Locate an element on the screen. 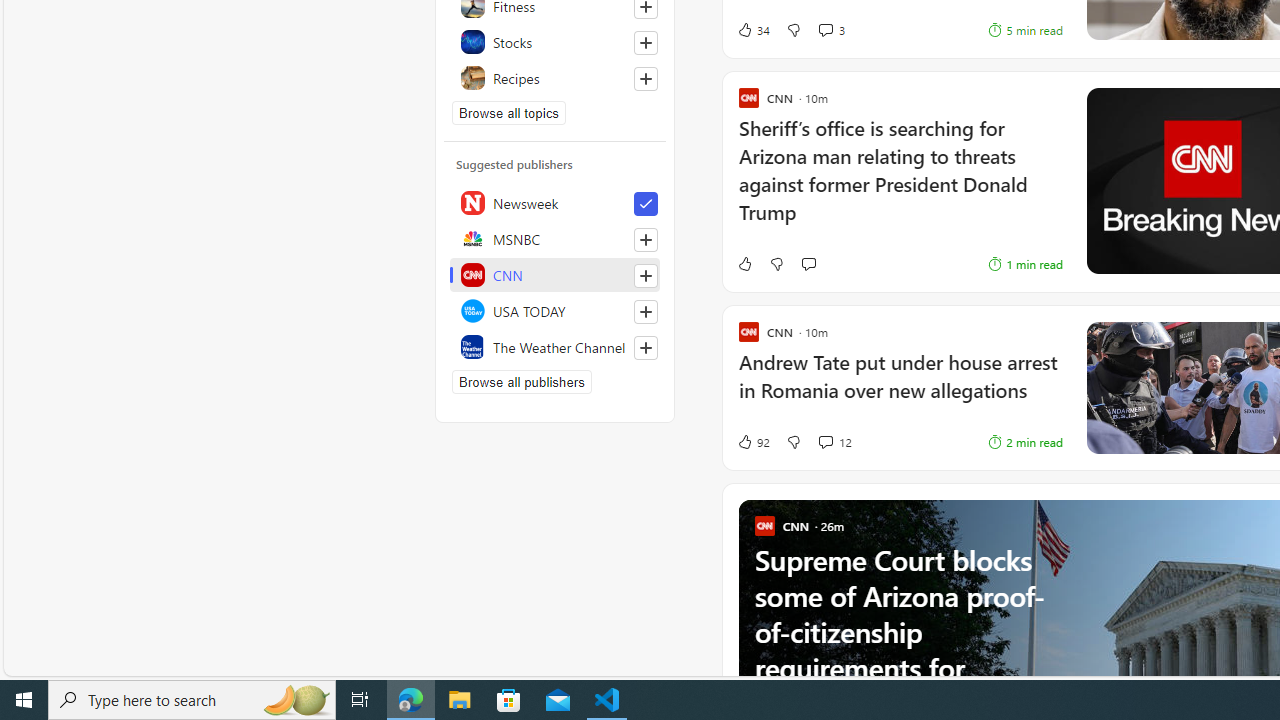 This screenshot has width=1280, height=720. 'MSNBC' is located at coordinates (555, 238).